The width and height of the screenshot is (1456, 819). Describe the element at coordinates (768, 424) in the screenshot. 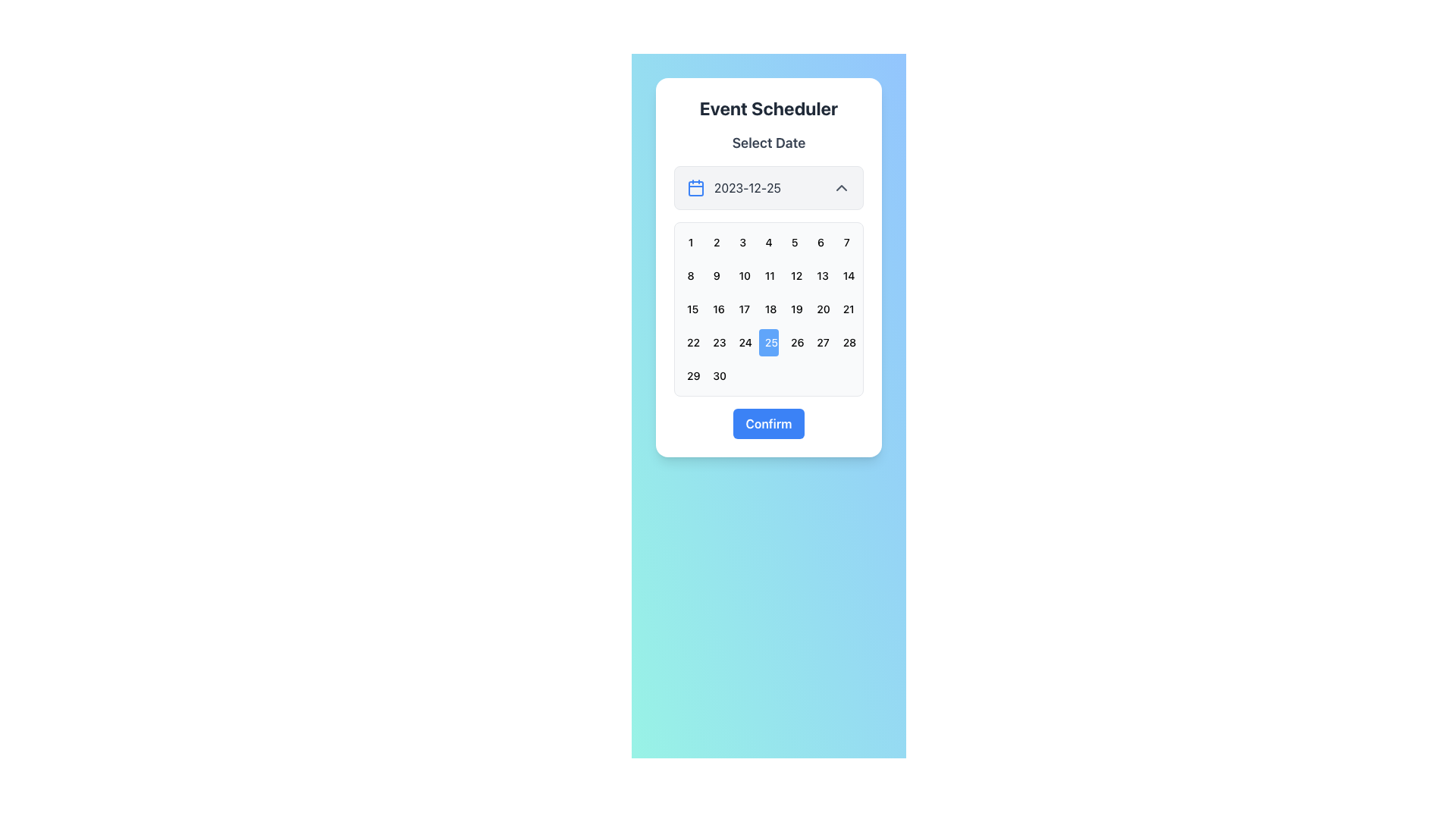

I see `the 'Confirm' button, which is a rectangular button with a blue background and white text, located at the bottom of a modal window` at that location.